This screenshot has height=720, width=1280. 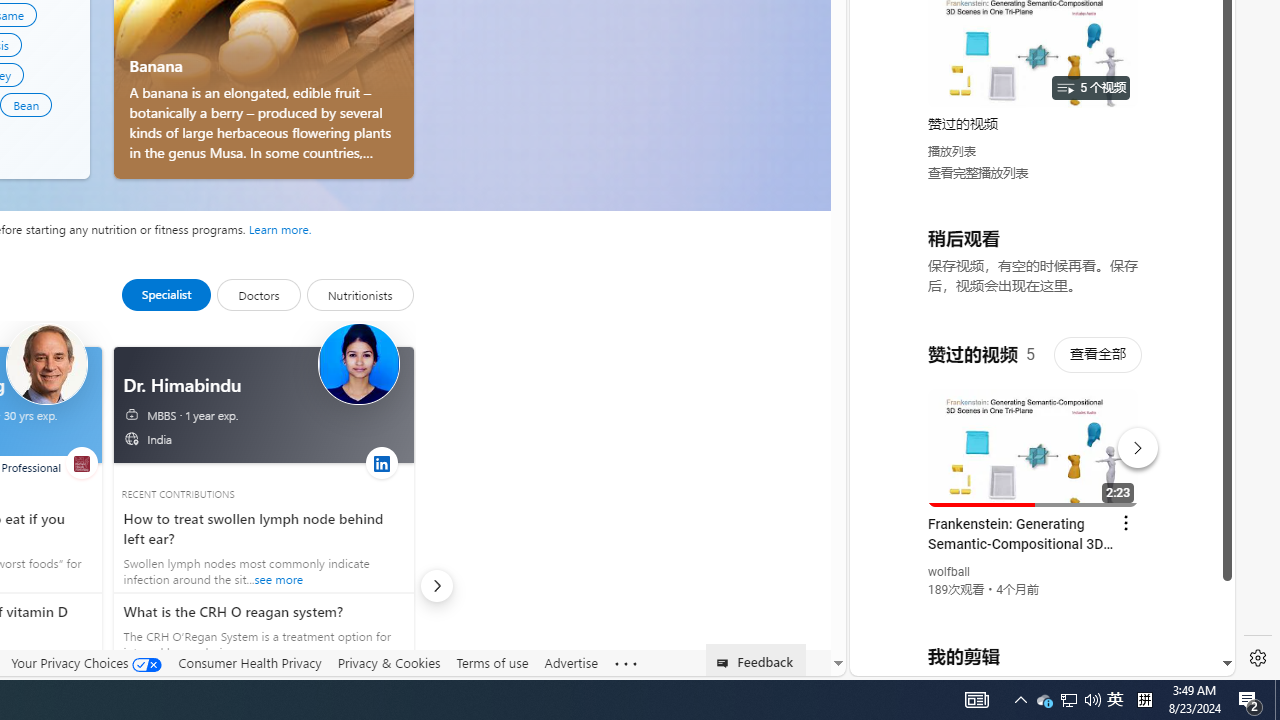 I want to click on 'Global web icon', so click(x=887, y=431).